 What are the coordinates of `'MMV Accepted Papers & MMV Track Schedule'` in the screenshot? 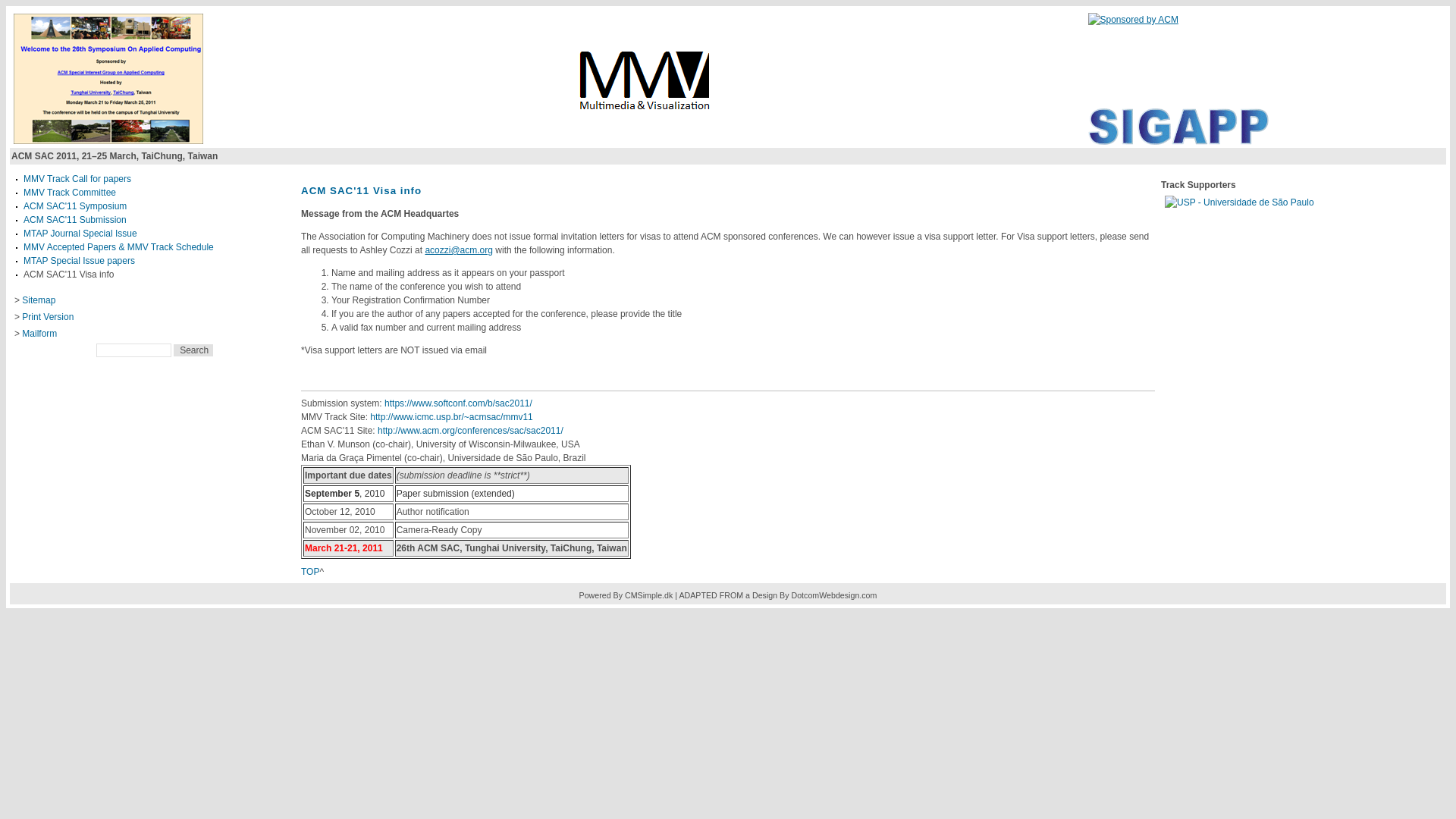 It's located at (118, 246).